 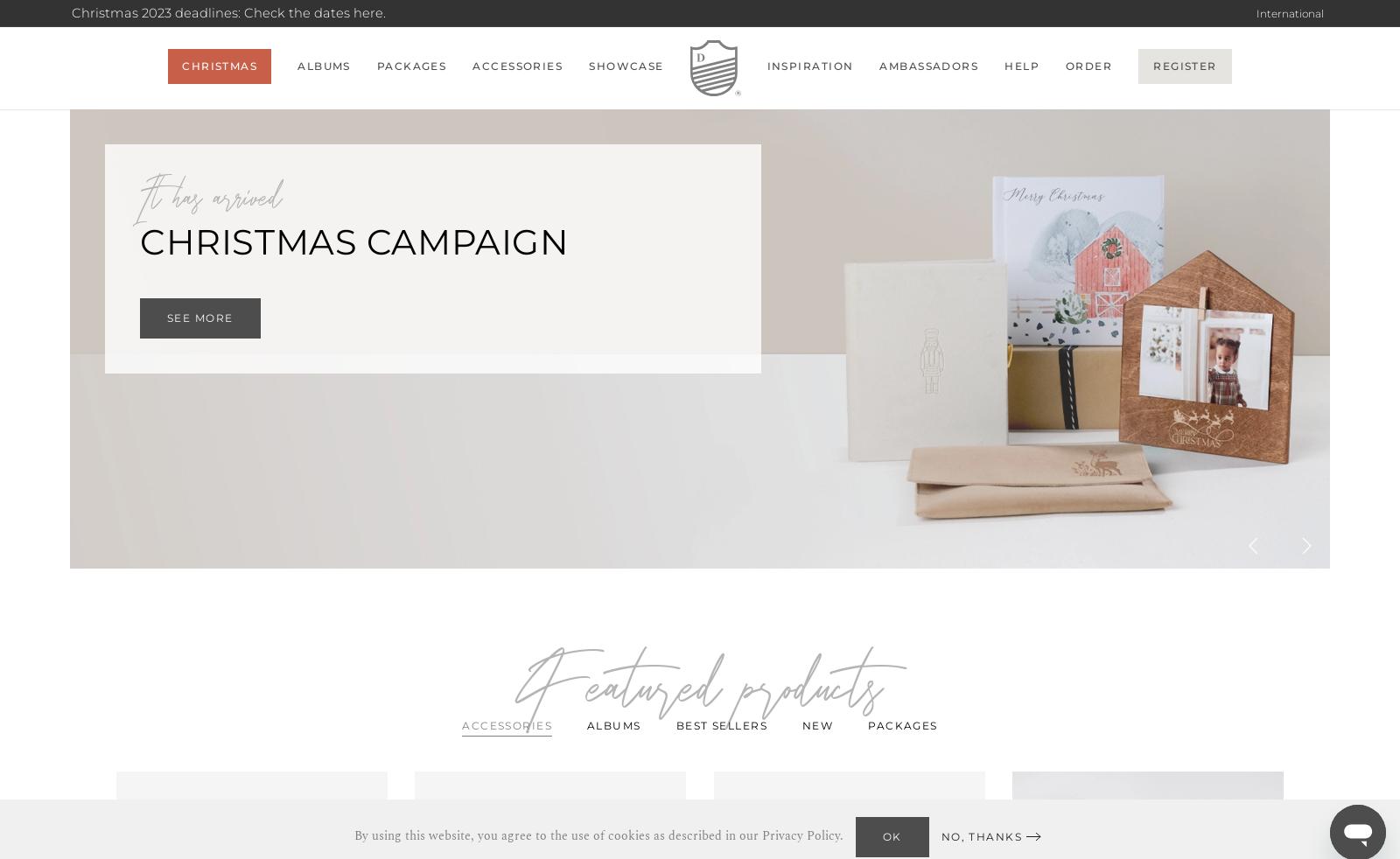 What do you see at coordinates (892, 835) in the screenshot?
I see `'Ok'` at bounding box center [892, 835].